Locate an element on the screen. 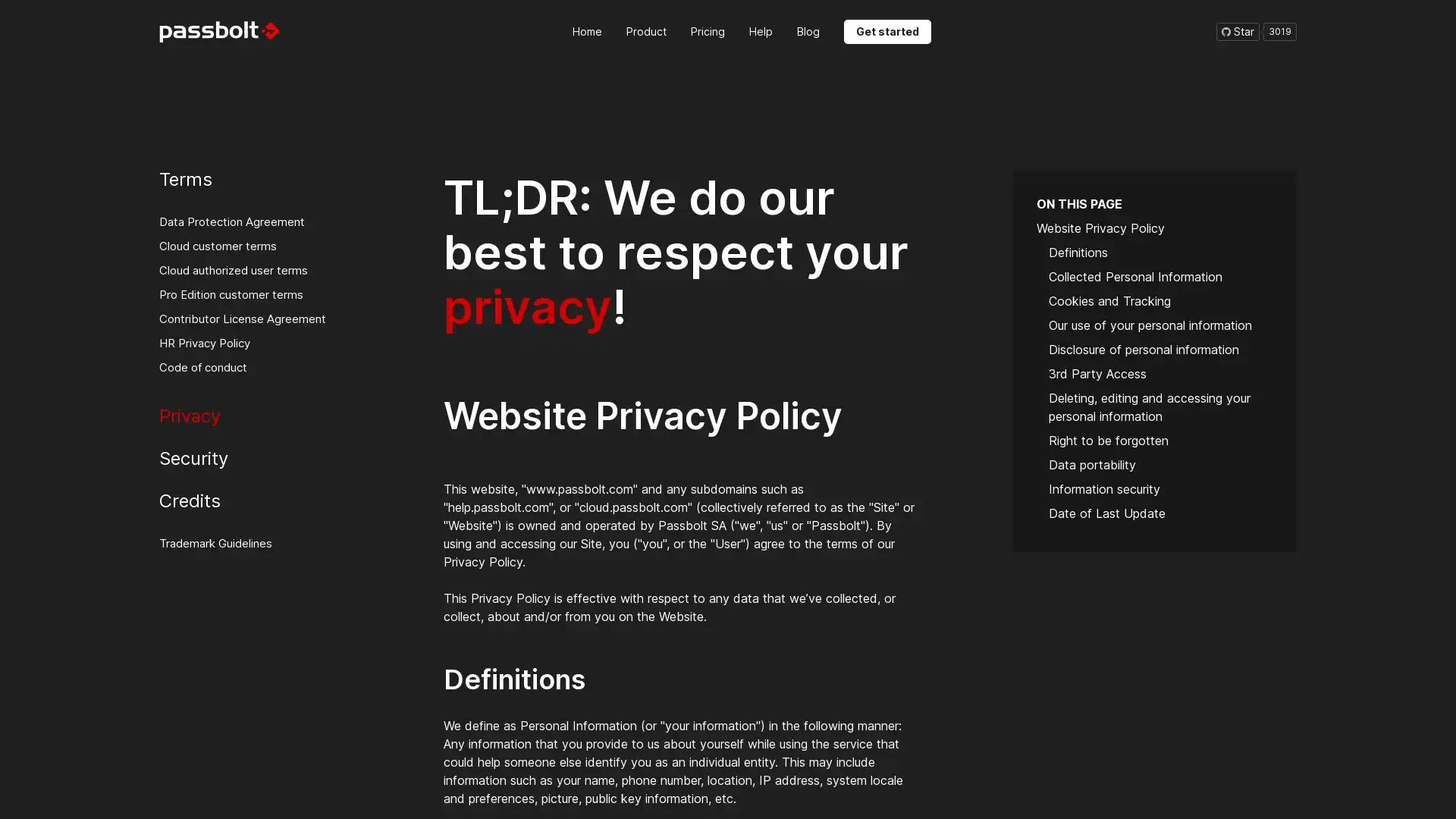  Get started is located at coordinates (886, 31).